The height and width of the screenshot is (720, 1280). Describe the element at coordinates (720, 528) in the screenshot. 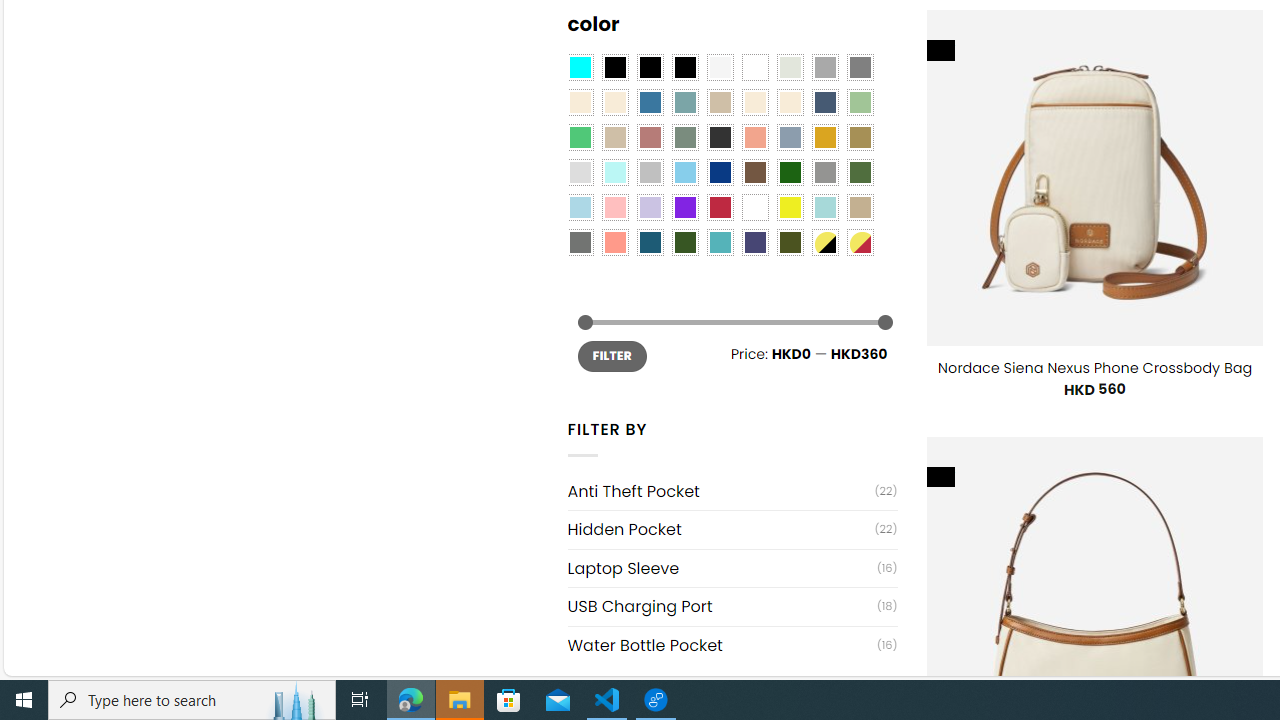

I see `'Hidden Pocket'` at that location.